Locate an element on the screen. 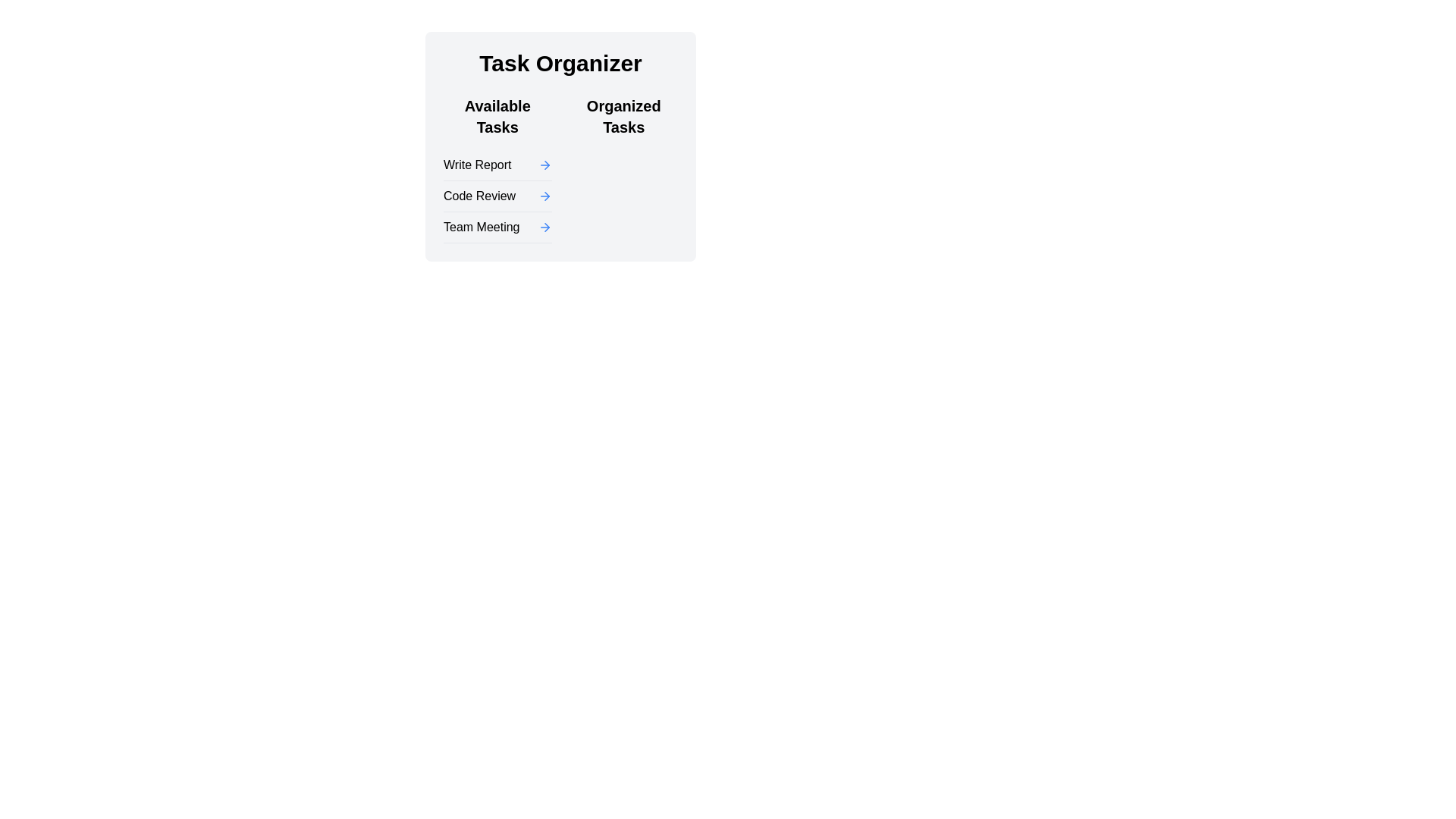 This screenshot has height=819, width=1456. the 'Team Meeting' list item is located at coordinates (497, 227).